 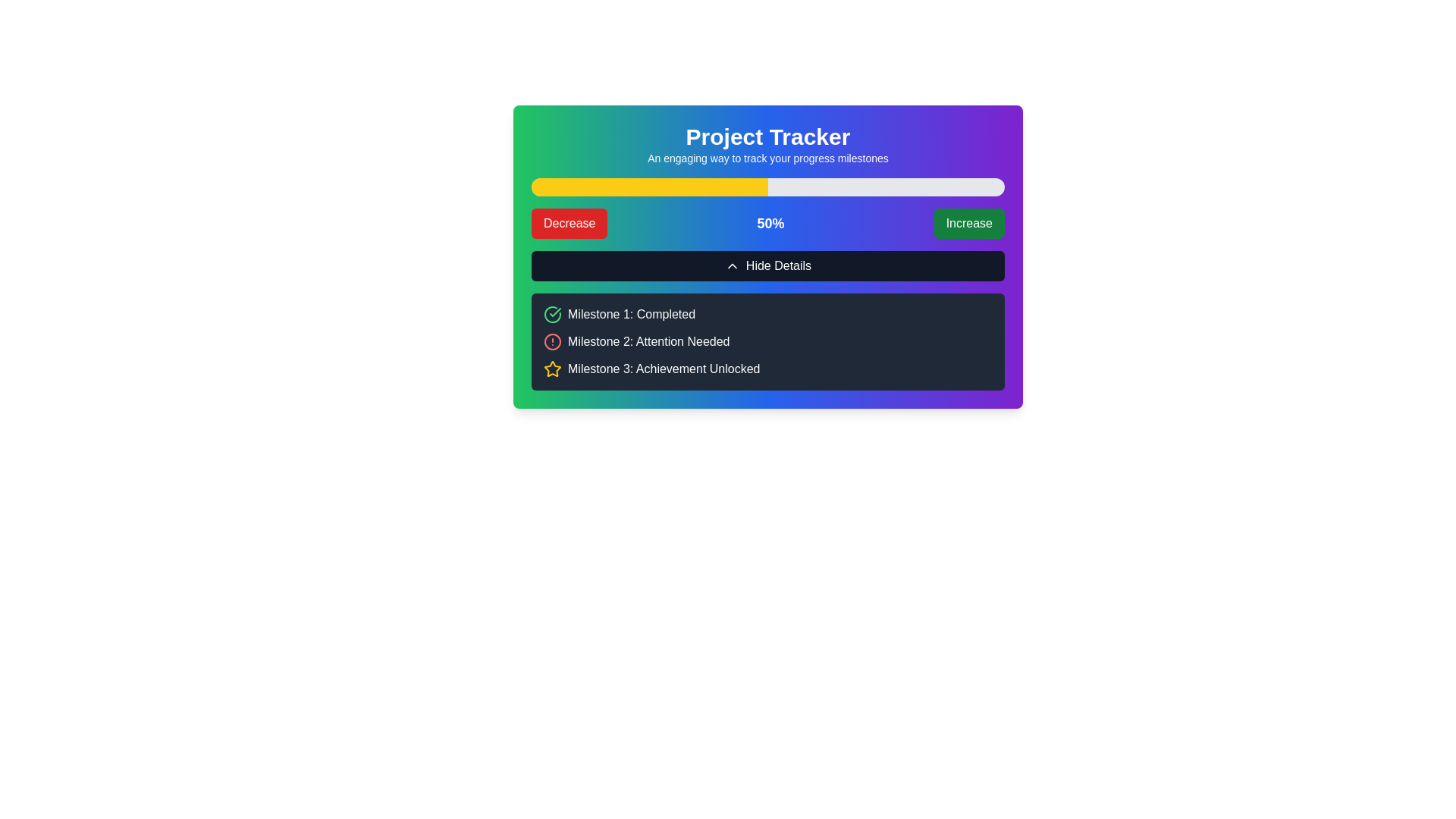 What do you see at coordinates (767, 137) in the screenshot?
I see `text content of the Heading element, which displays 'Project Tracker' as the main title for the interface` at bounding box center [767, 137].